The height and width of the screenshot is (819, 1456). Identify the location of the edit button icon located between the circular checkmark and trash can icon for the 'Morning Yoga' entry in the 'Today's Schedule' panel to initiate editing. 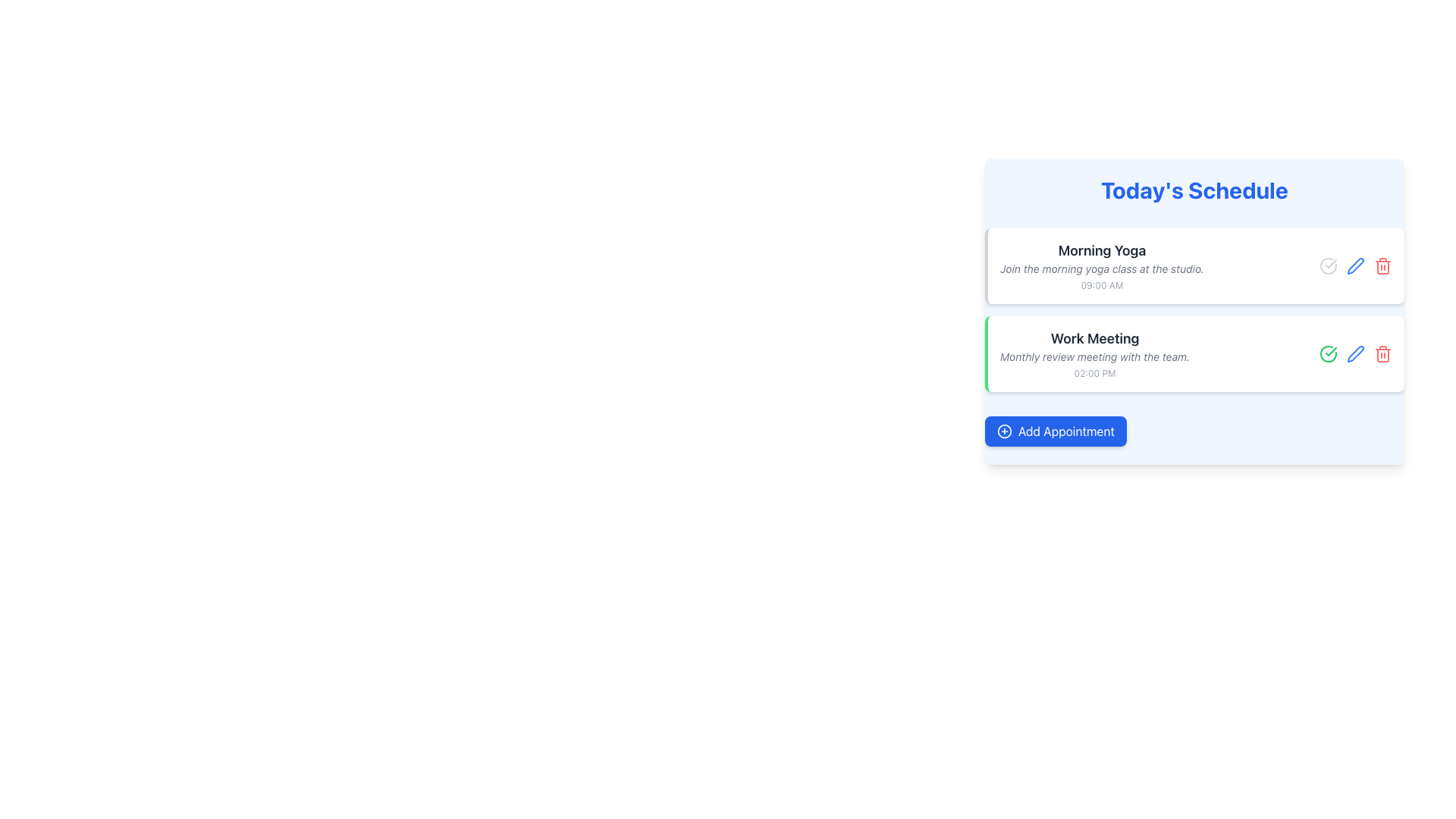
(1356, 265).